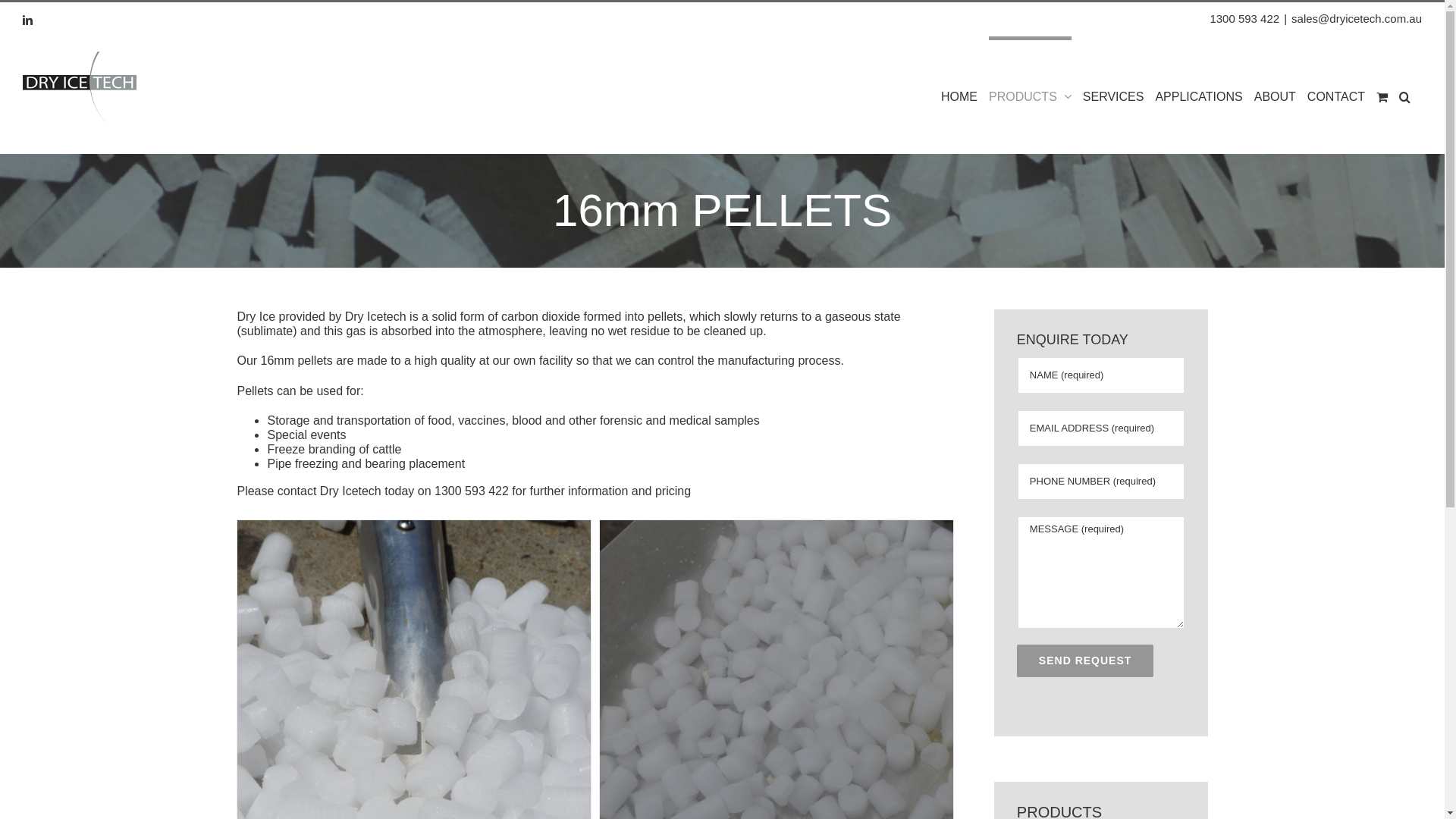 This screenshot has width=1456, height=819. Describe the element at coordinates (1016, 660) in the screenshot. I see `'SEND REQUEST'` at that location.